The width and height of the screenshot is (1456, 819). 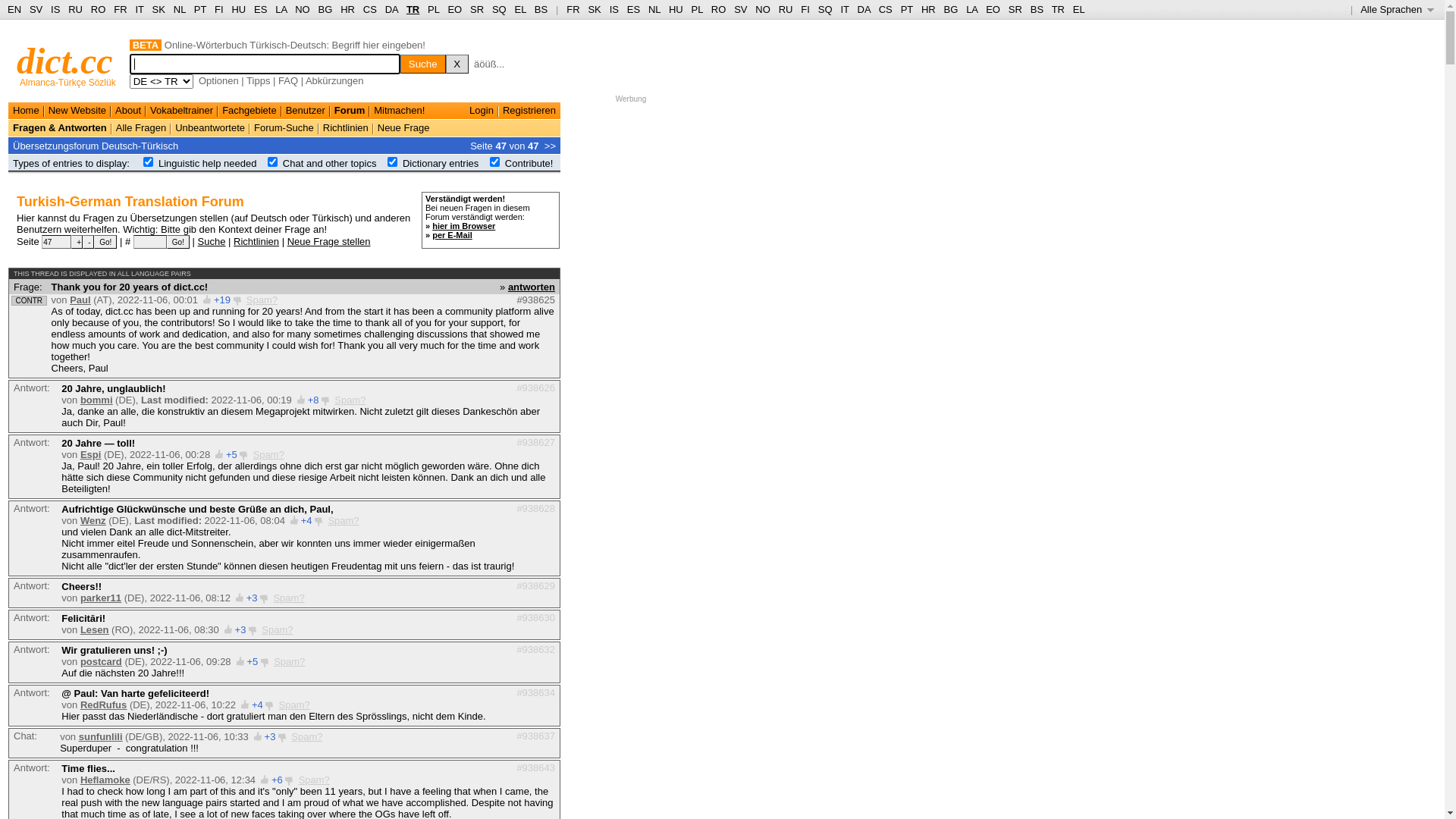 I want to click on 'NO', so click(x=302, y=9).